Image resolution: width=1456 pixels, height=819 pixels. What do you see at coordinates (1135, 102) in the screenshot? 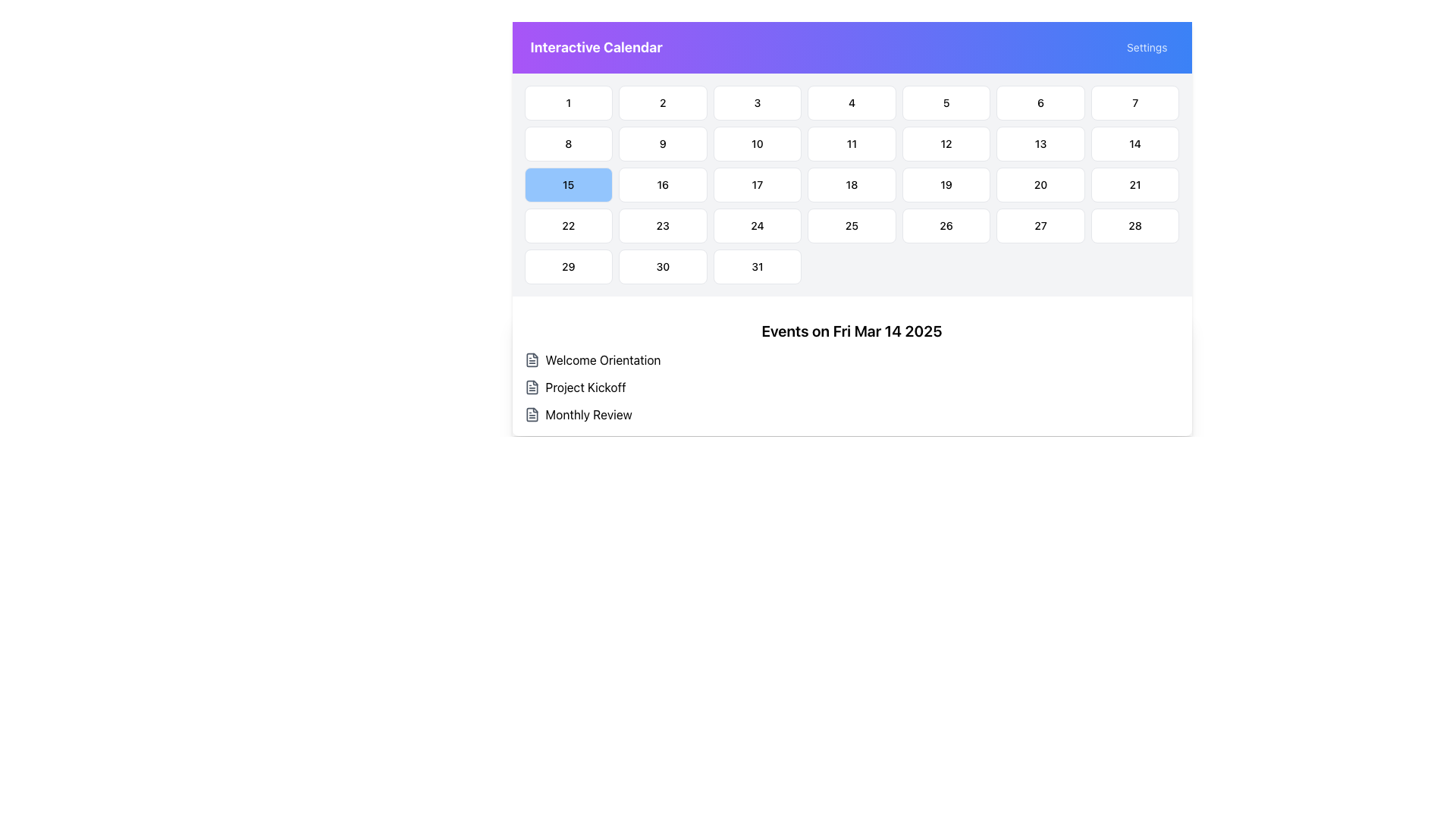
I see `the text label displaying the number '7' in a medium-sized, sans-serif font, located in the top-right corner of the calendar grid under the 'Settings' button` at bounding box center [1135, 102].